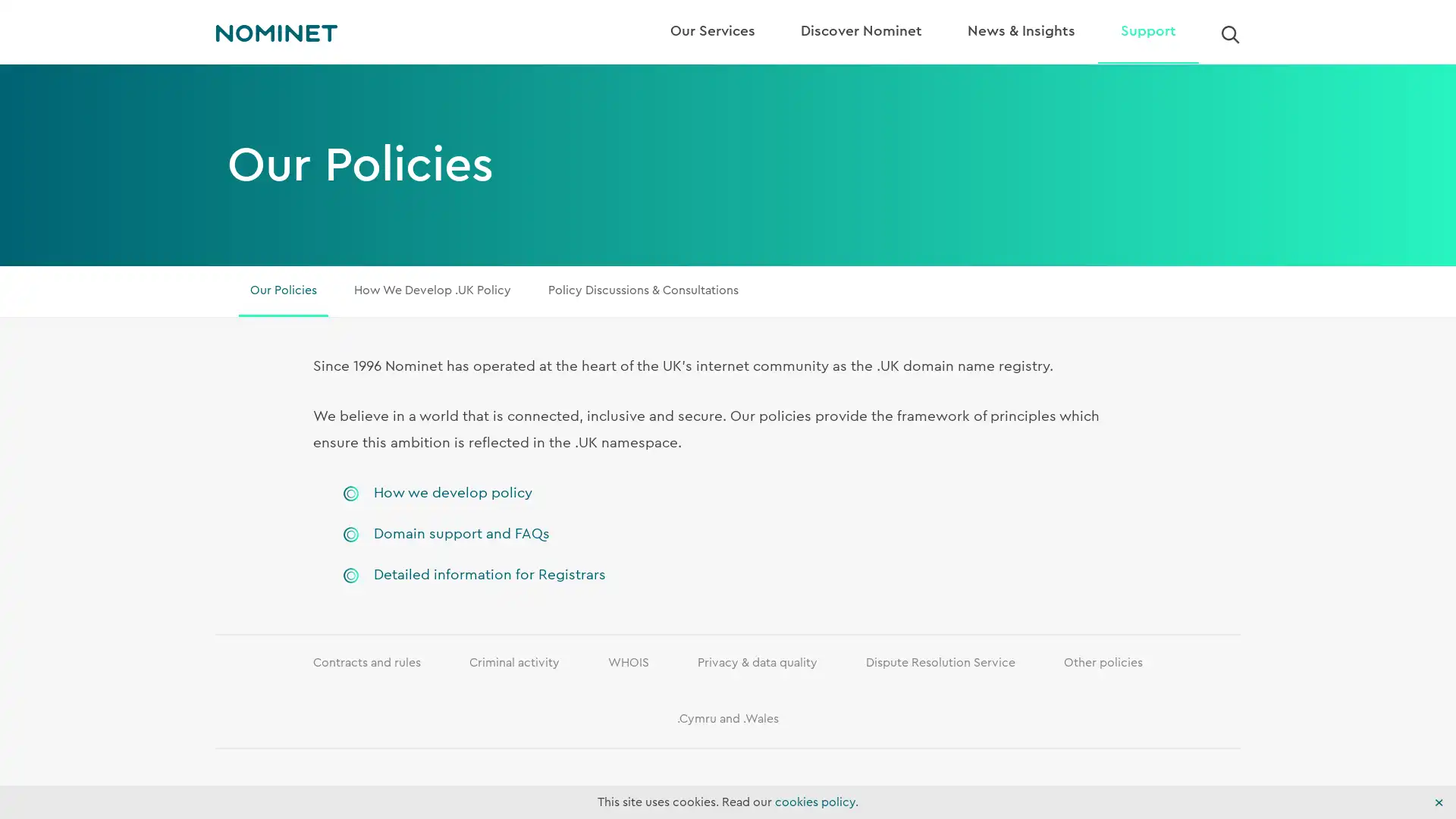 This screenshot has width=1456, height=819. What do you see at coordinates (1438, 802) in the screenshot?
I see `Close` at bounding box center [1438, 802].